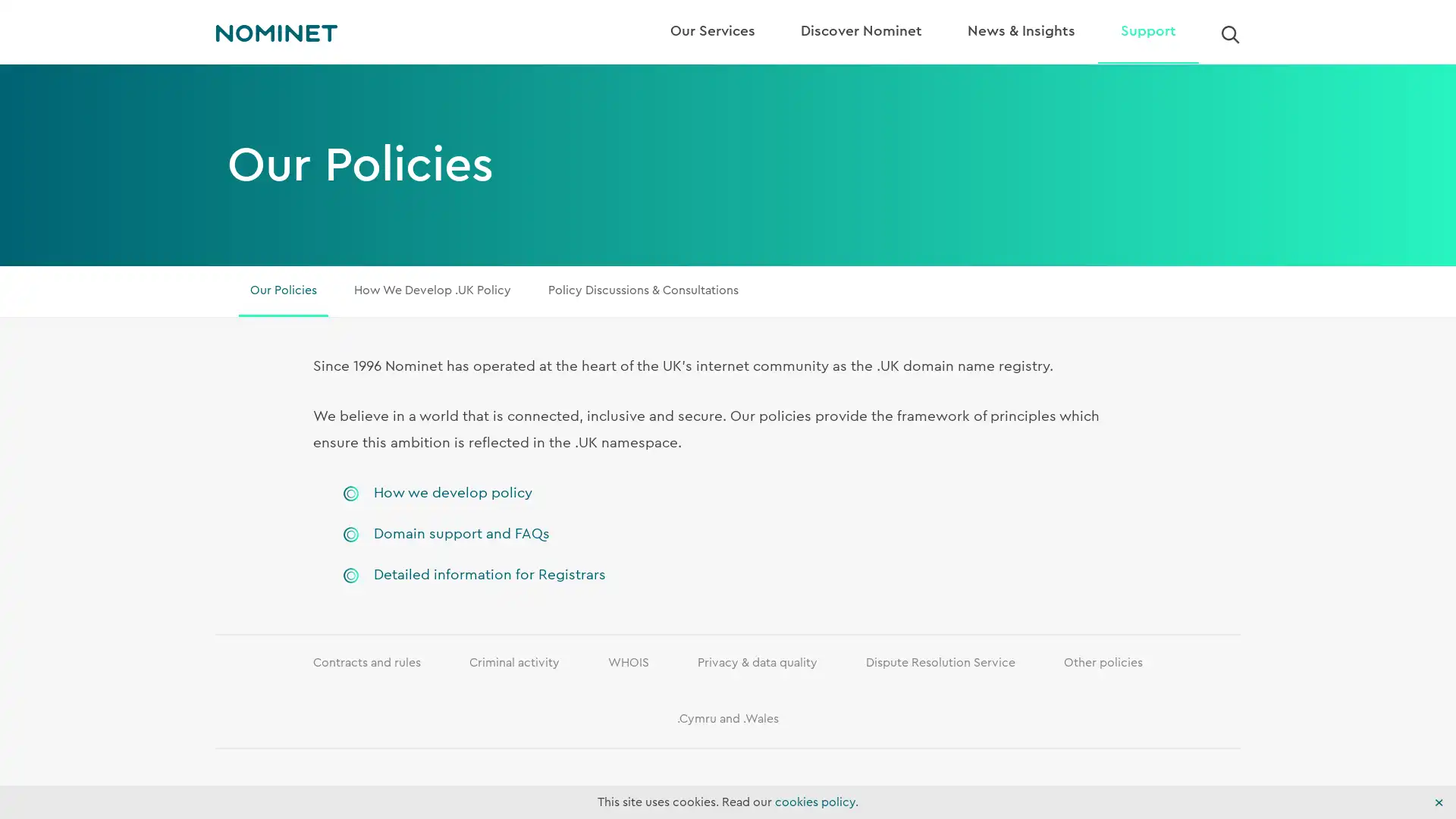 This screenshot has width=1456, height=819. What do you see at coordinates (1438, 802) in the screenshot?
I see `Close` at bounding box center [1438, 802].